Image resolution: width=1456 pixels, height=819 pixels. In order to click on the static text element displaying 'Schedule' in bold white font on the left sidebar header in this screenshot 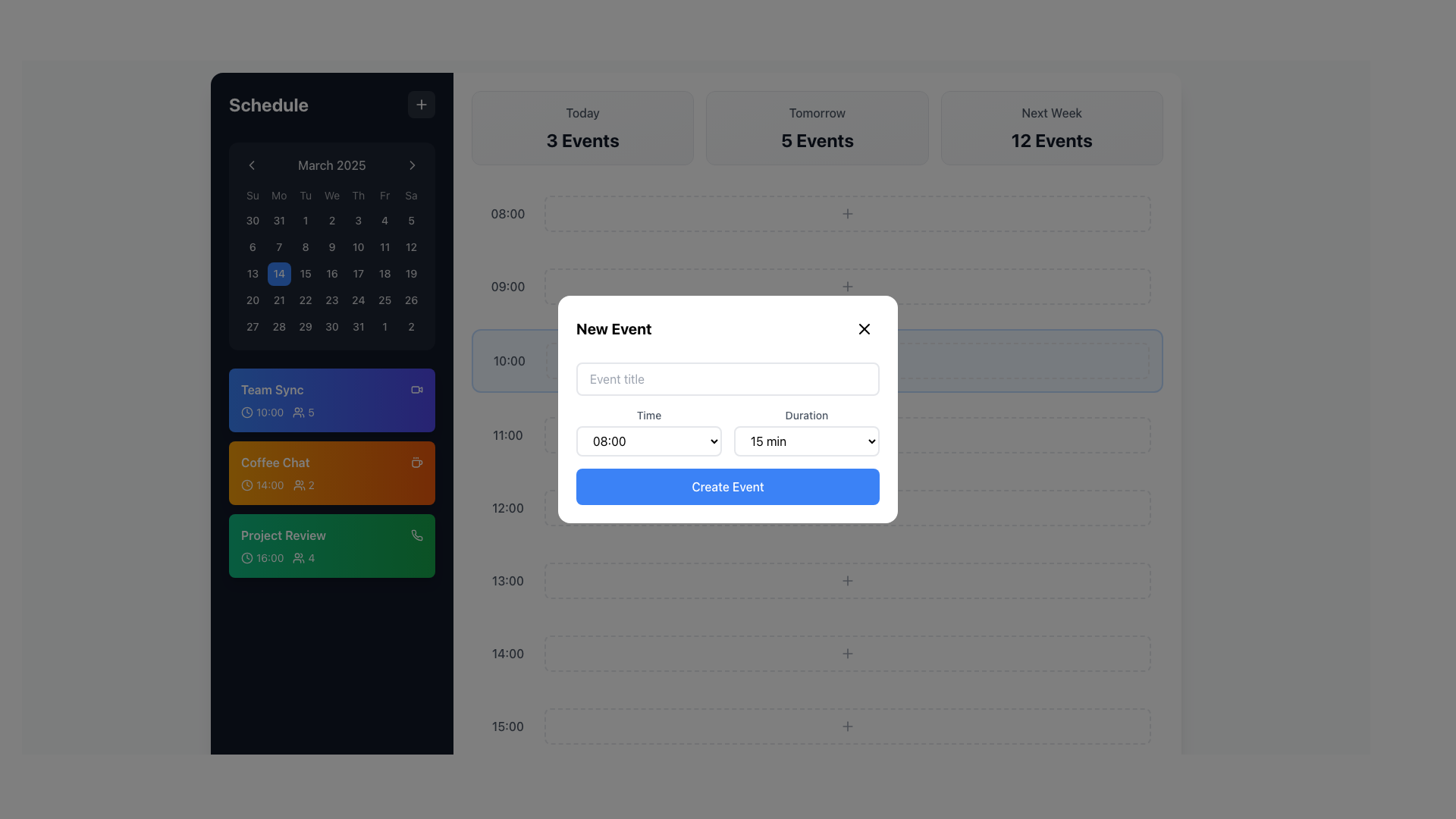, I will do `click(268, 104)`.